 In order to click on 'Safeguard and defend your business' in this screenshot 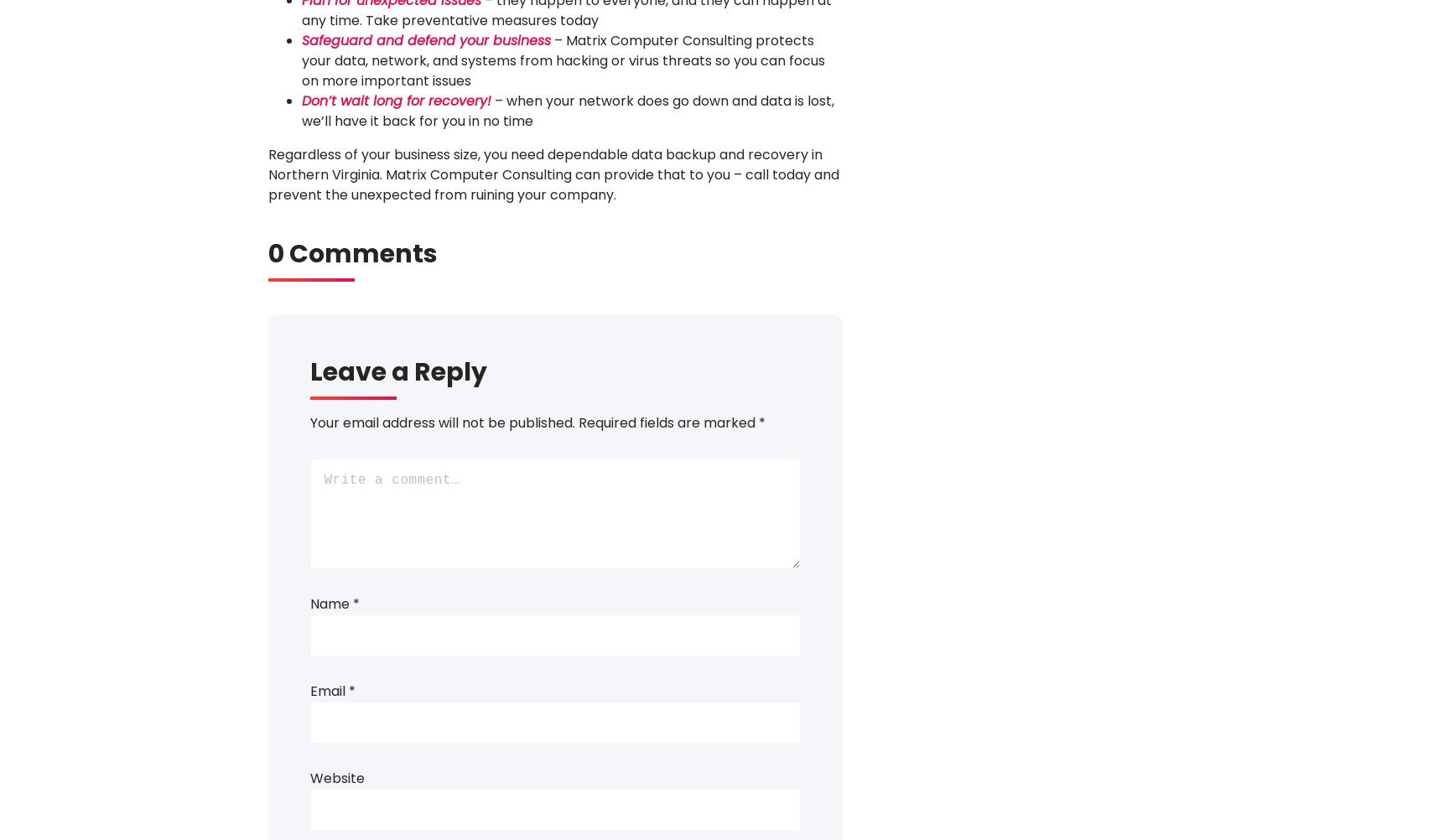, I will do `click(424, 40)`.